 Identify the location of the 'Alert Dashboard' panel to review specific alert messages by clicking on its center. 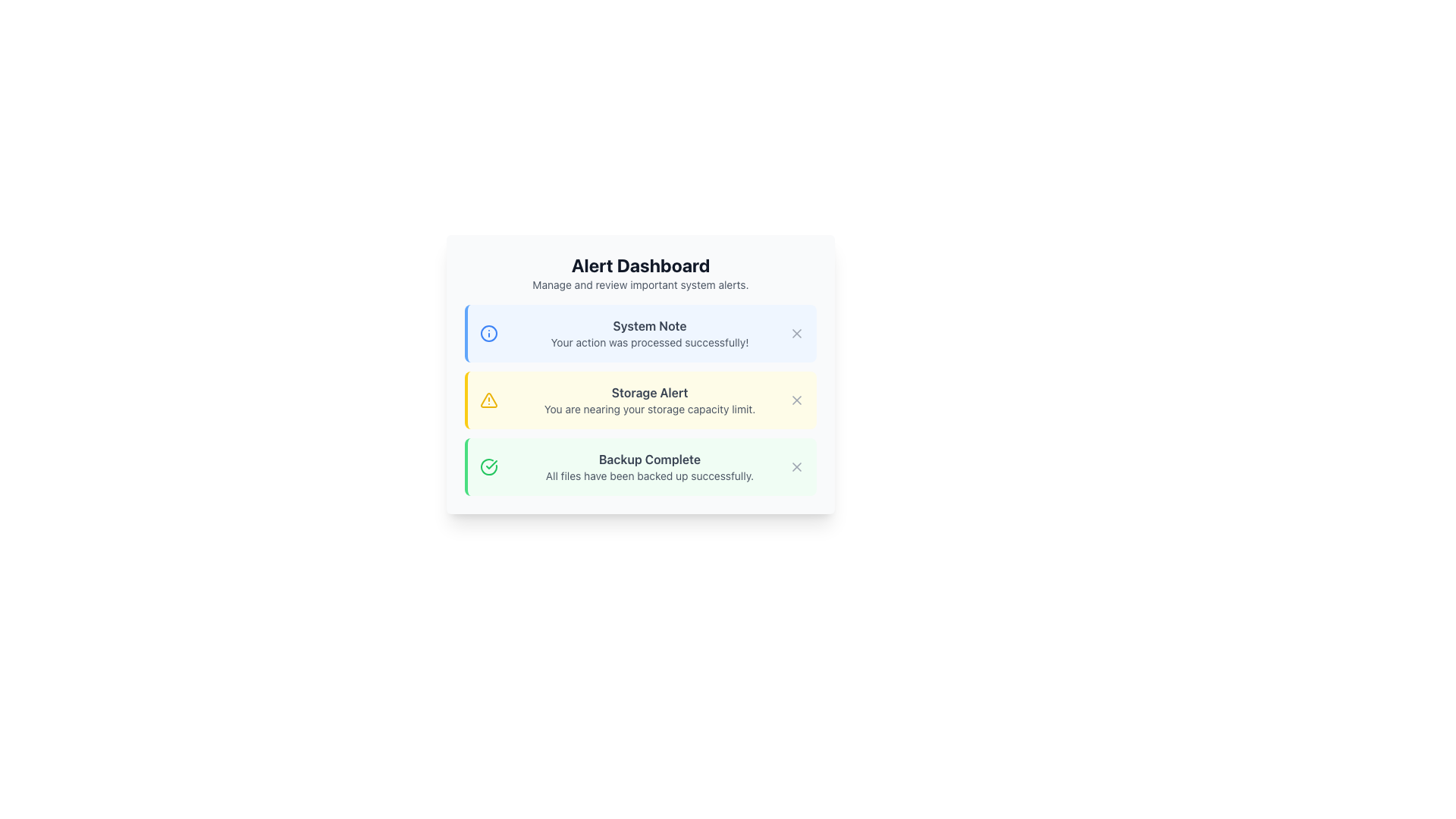
(640, 374).